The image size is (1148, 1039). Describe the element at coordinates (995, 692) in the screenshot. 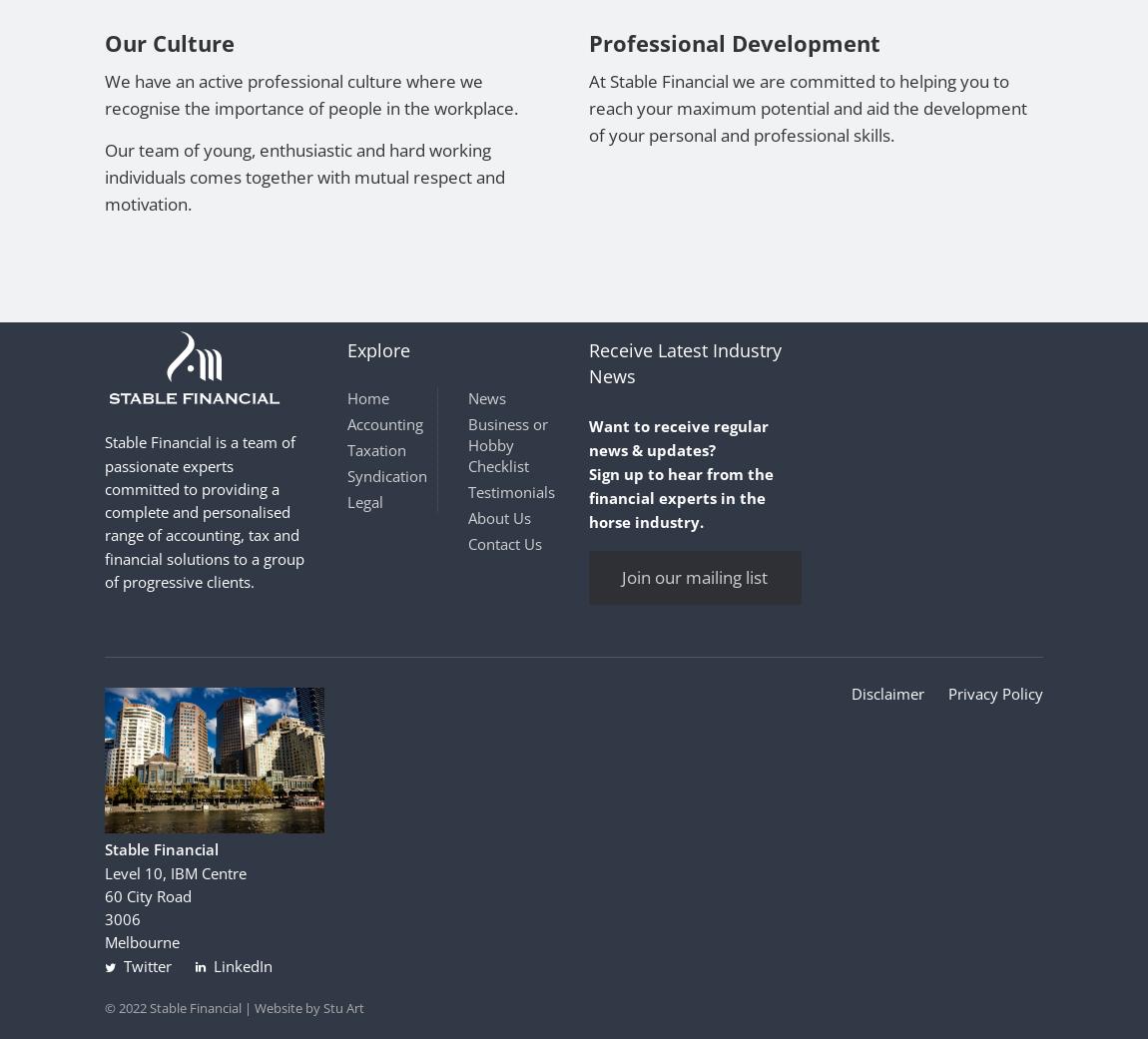

I see `'Privacy Policy'` at that location.